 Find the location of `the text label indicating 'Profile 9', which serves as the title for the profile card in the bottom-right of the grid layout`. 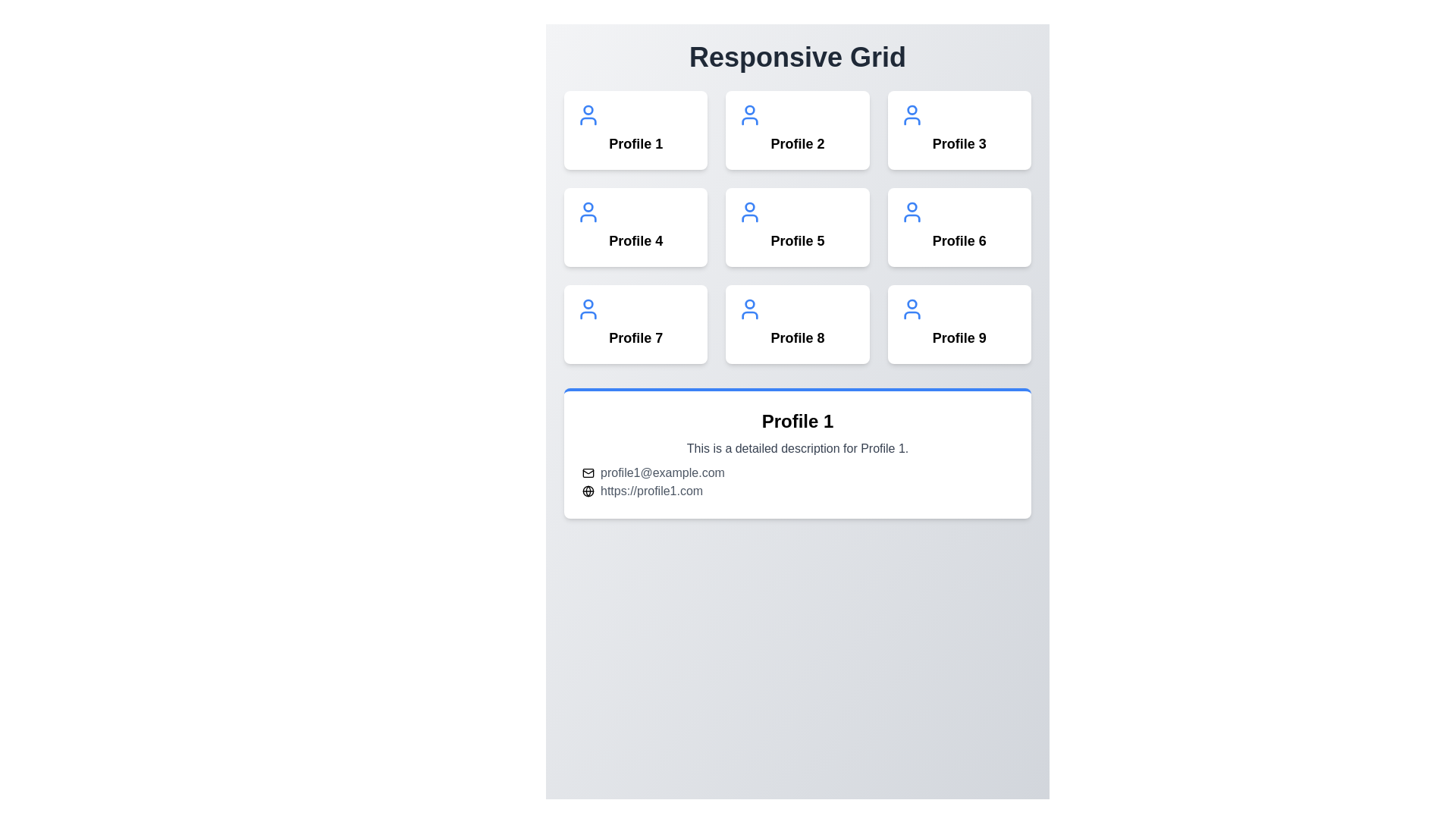

the text label indicating 'Profile 9', which serves as the title for the profile card in the bottom-right of the grid layout is located at coordinates (959, 337).